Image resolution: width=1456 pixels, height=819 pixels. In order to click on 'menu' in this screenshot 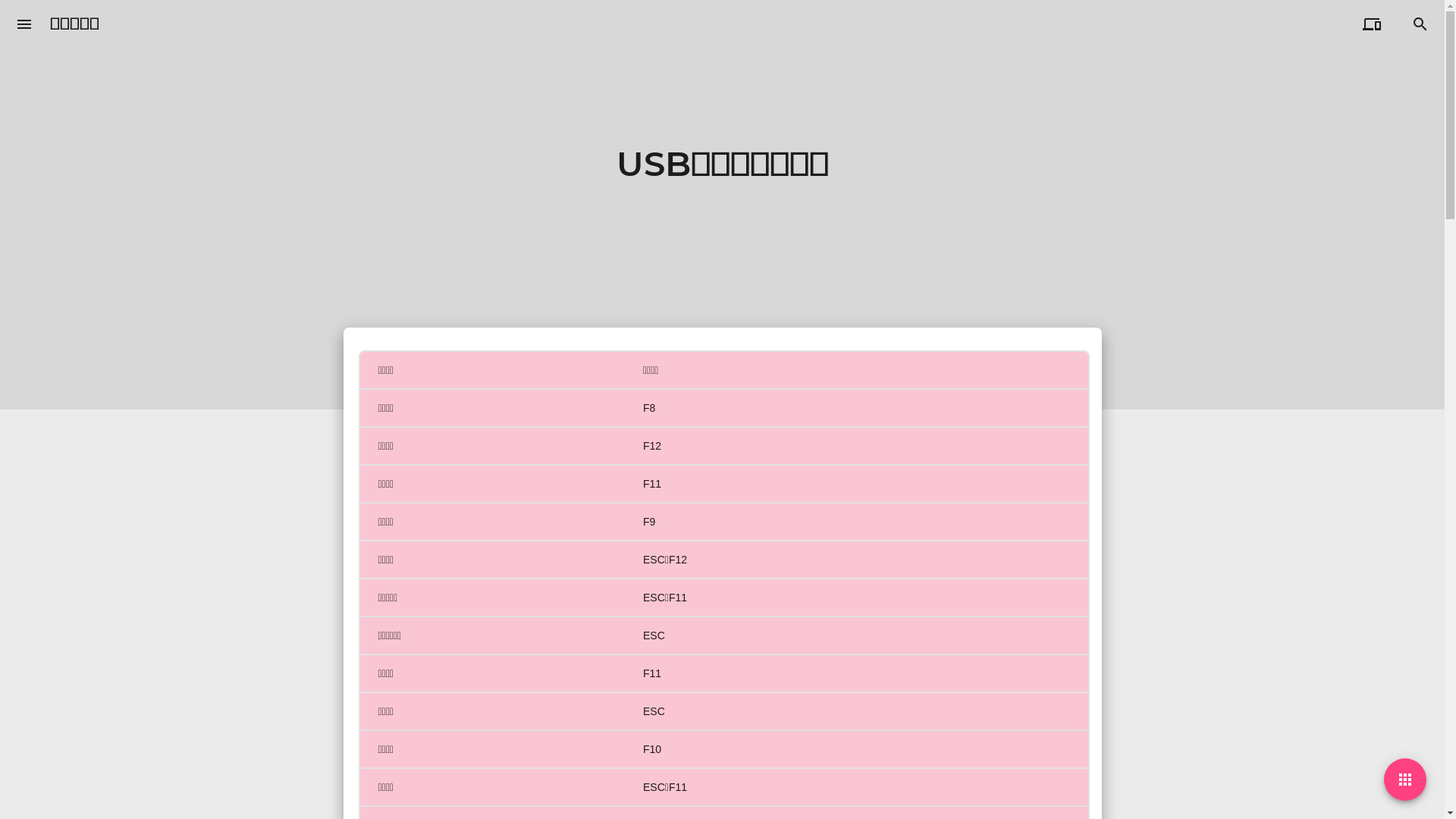, I will do `click(24, 24)`.